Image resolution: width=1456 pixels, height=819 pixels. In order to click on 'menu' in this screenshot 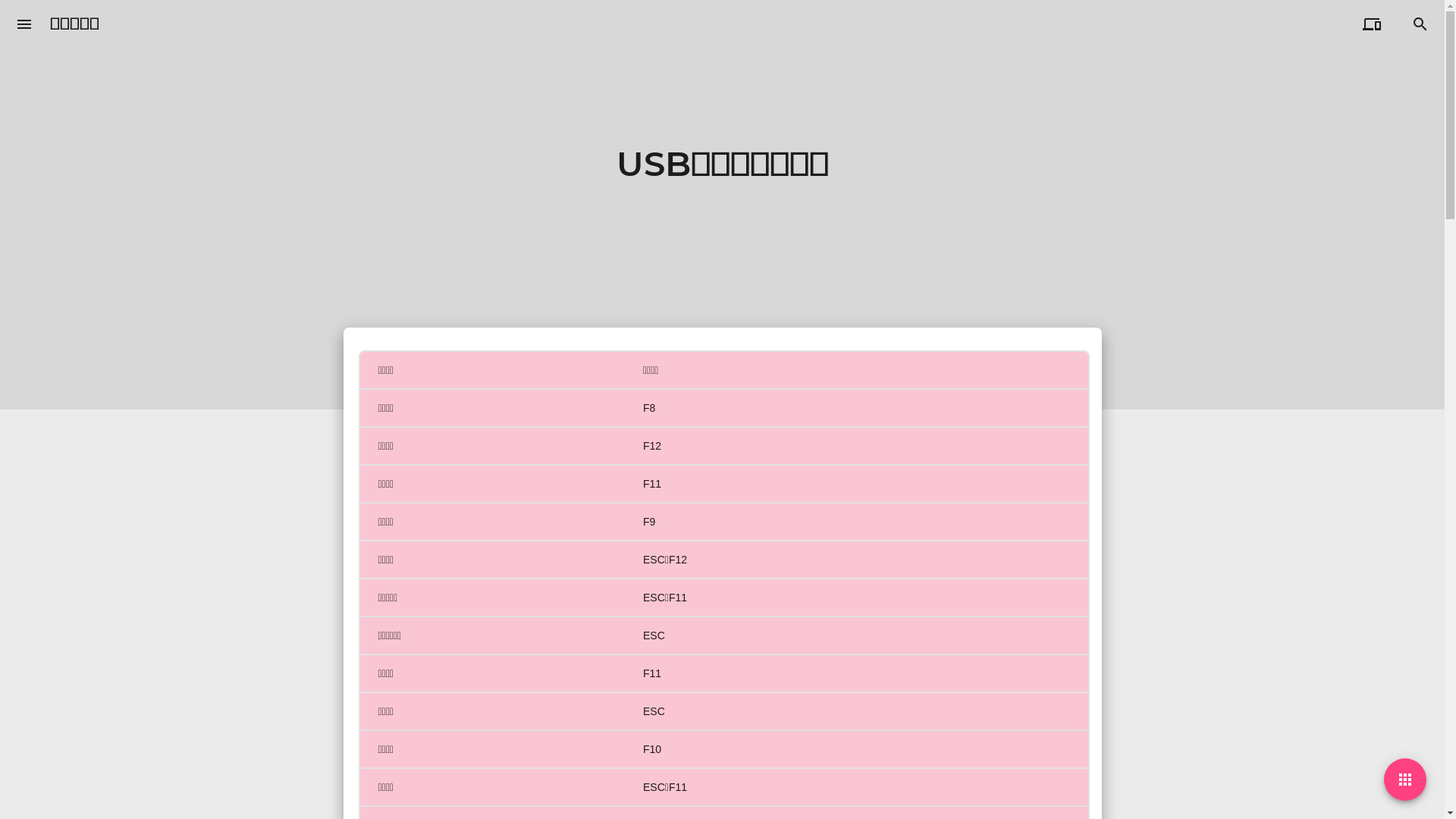, I will do `click(24, 24)`.